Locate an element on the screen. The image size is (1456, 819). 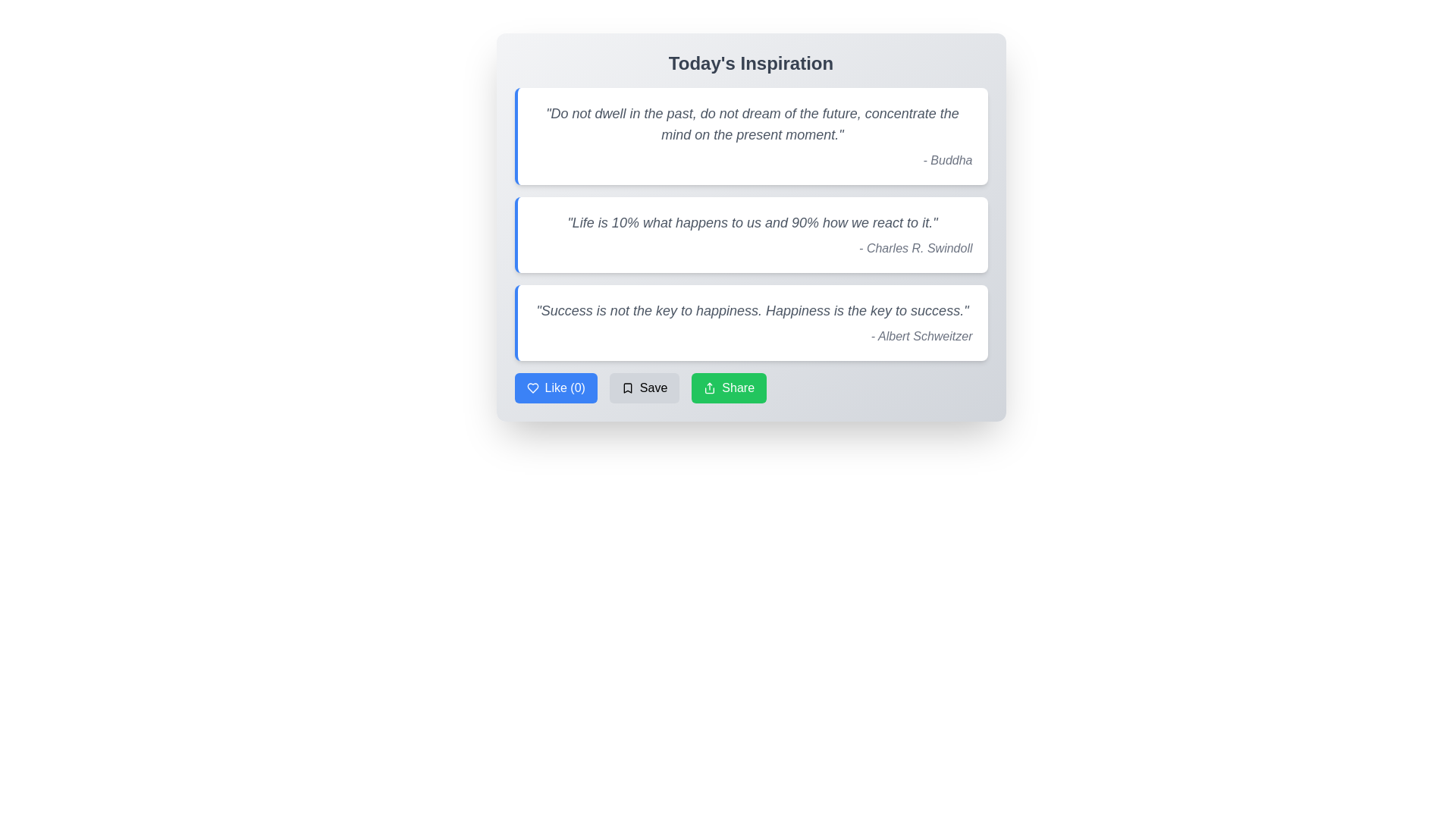
the 'Save' button located between the 'Like' button and 'Share' button in the bottom section of the card-like interface is located at coordinates (645, 388).